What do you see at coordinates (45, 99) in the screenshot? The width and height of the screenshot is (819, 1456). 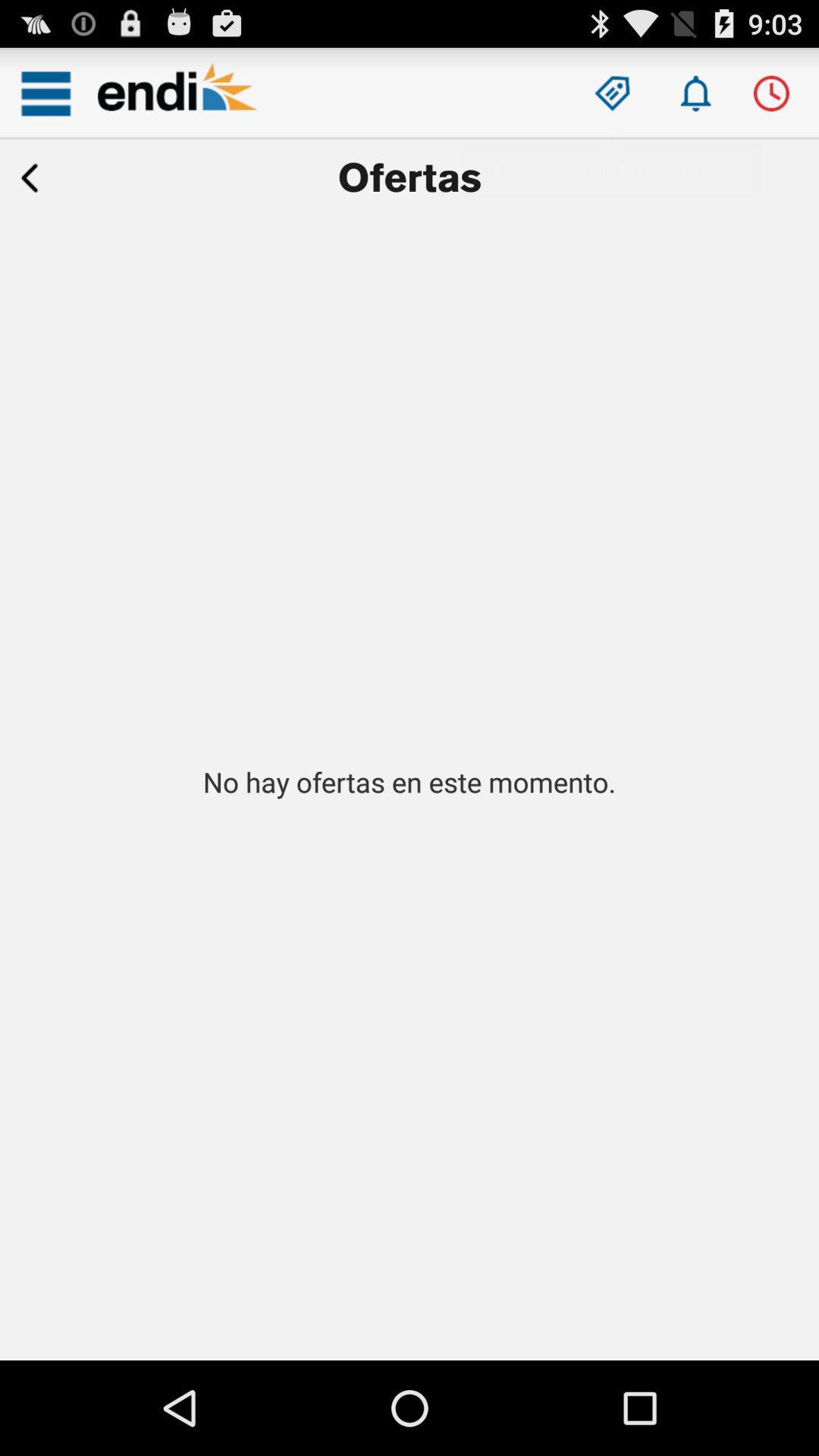 I see `the menu icon` at bounding box center [45, 99].